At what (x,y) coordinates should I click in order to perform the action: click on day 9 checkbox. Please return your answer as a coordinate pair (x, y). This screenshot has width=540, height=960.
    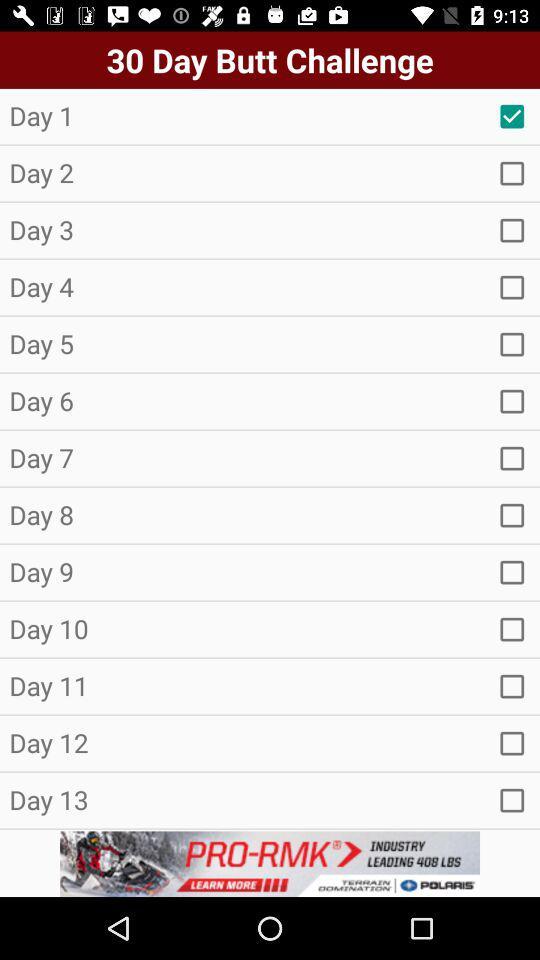
    Looking at the image, I should click on (512, 572).